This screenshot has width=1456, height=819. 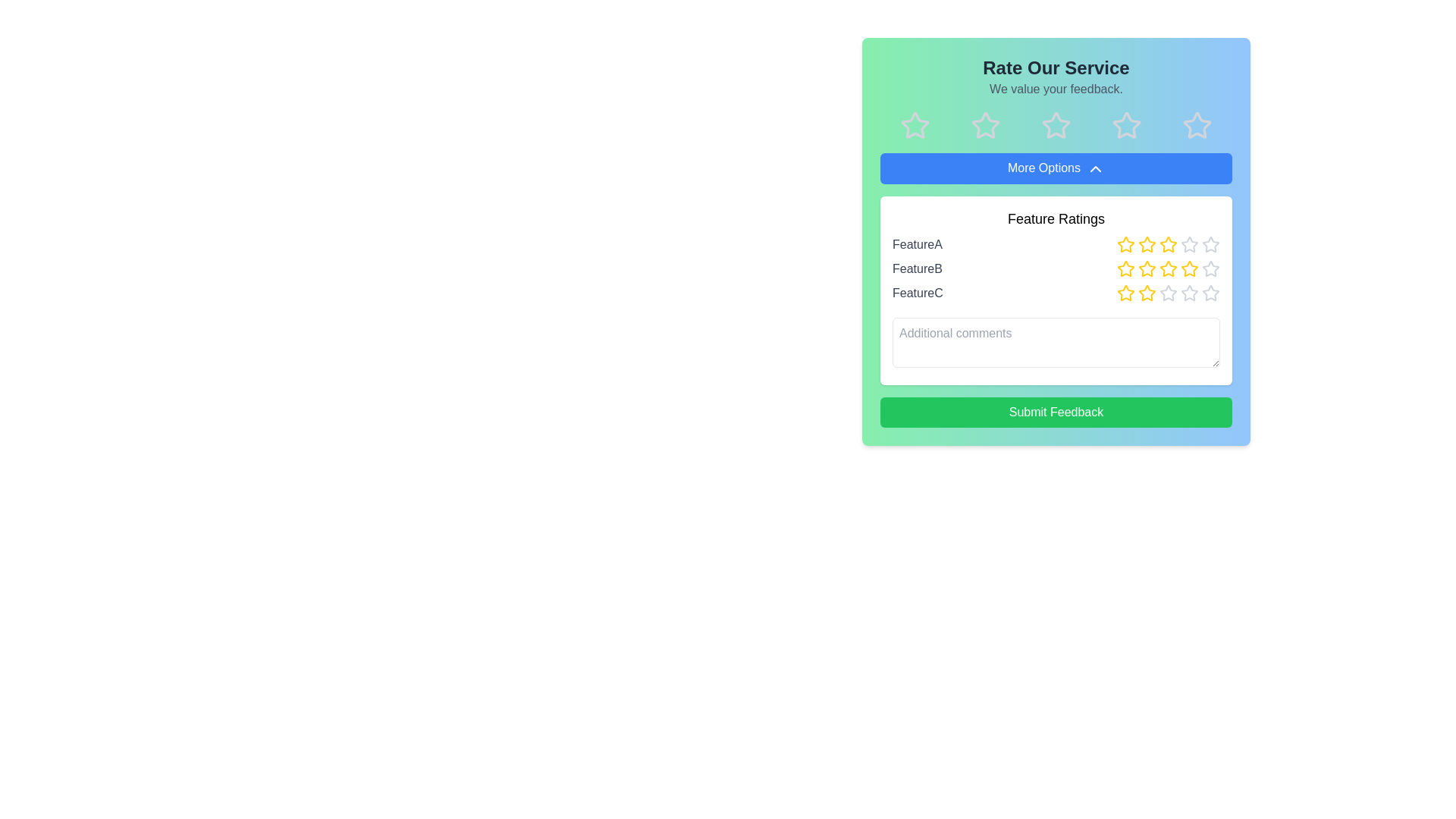 What do you see at coordinates (1189, 293) in the screenshot?
I see `the fourth star in the interactive star rating icon located in the third row under the 'FeatureC' column` at bounding box center [1189, 293].